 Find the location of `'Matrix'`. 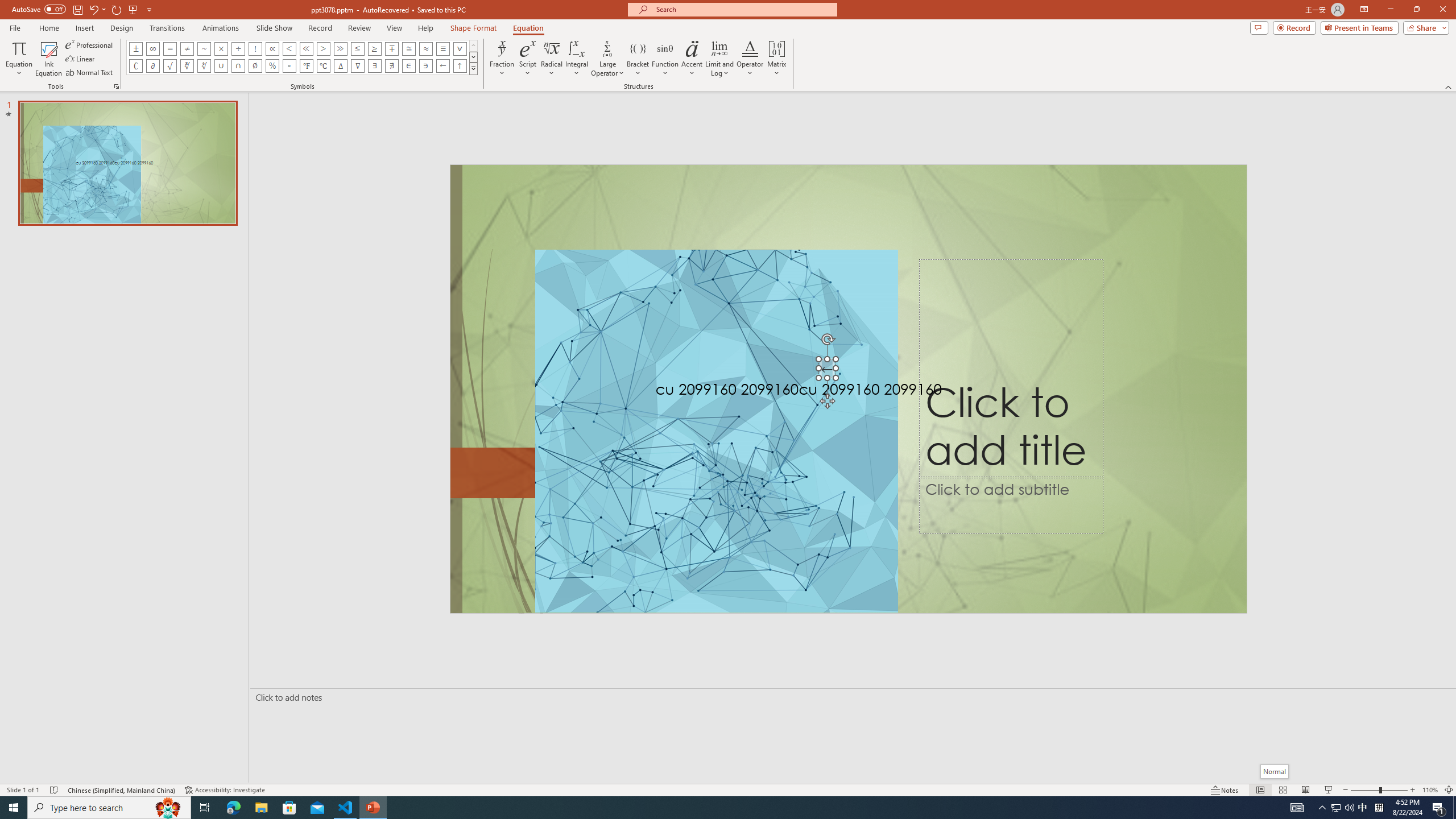

'Matrix' is located at coordinates (776, 59).